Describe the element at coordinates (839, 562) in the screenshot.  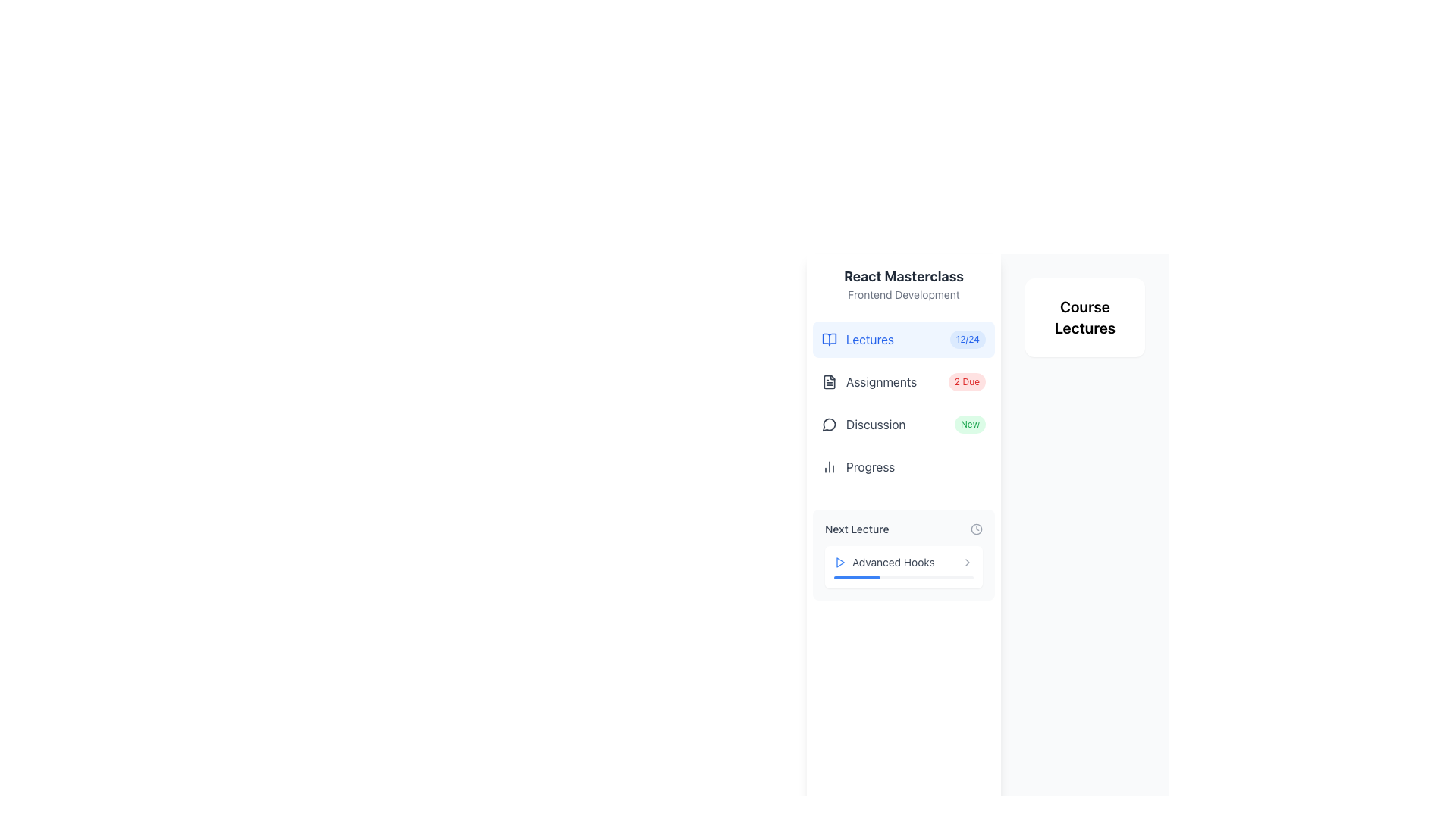
I see `the blue triangular play icon located in the 'Next Lecture' section to the left of the text 'Advanced Hooks' to initiate playback` at that location.